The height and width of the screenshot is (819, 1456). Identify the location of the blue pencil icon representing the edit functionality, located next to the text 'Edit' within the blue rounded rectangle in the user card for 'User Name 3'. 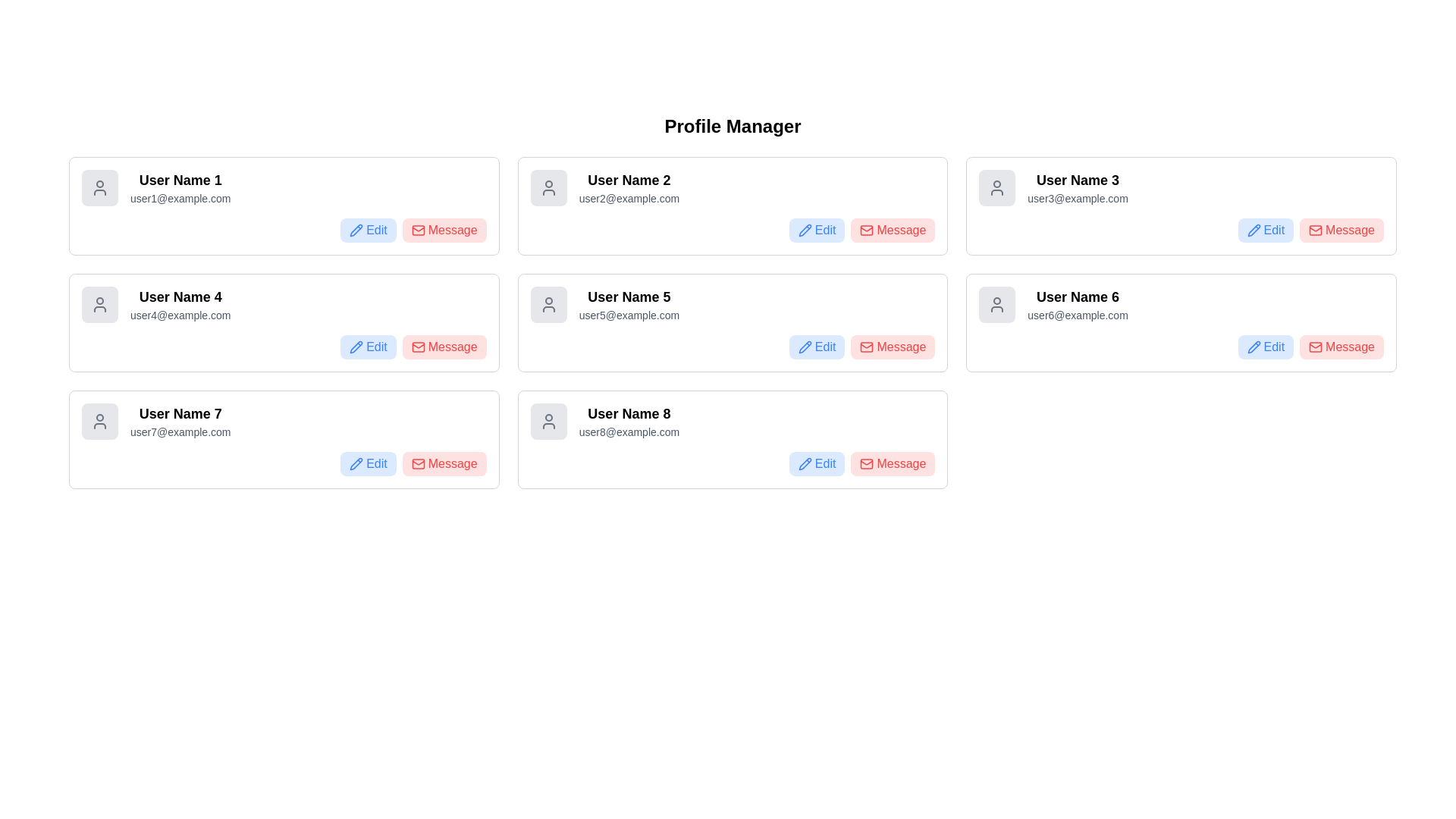
(1254, 231).